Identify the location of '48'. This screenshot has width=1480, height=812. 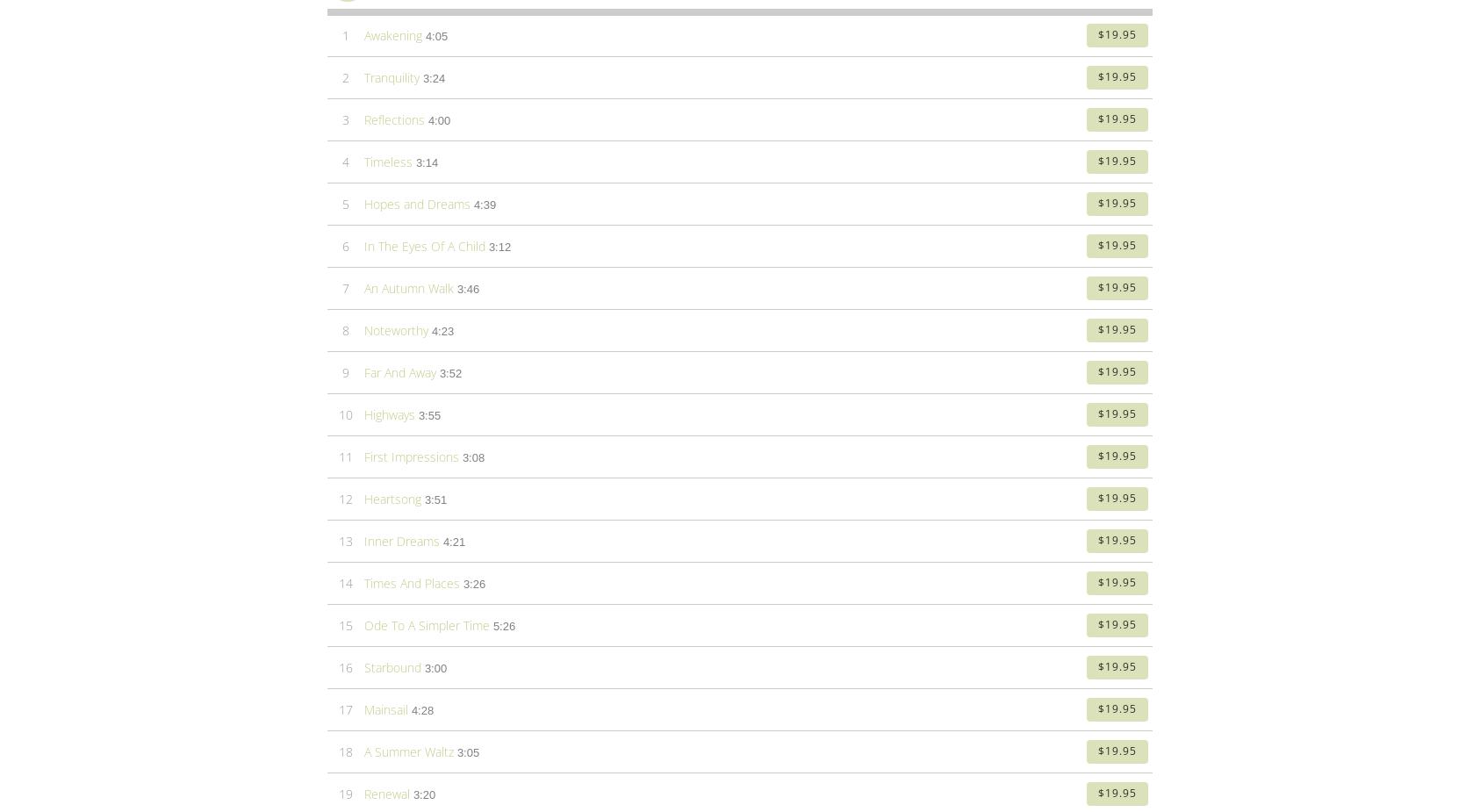
(337, 208).